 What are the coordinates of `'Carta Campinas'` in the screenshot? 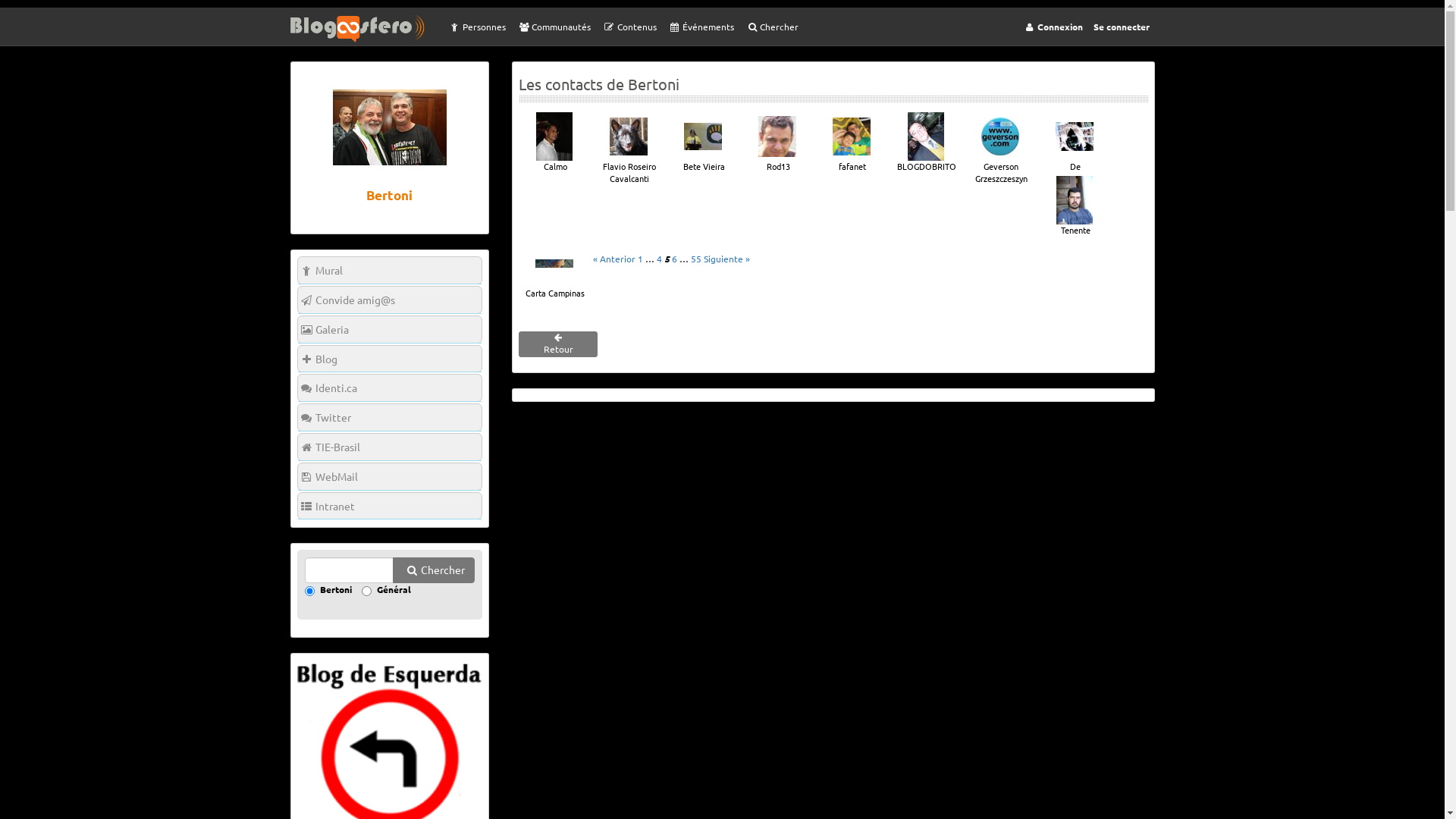 It's located at (519, 268).